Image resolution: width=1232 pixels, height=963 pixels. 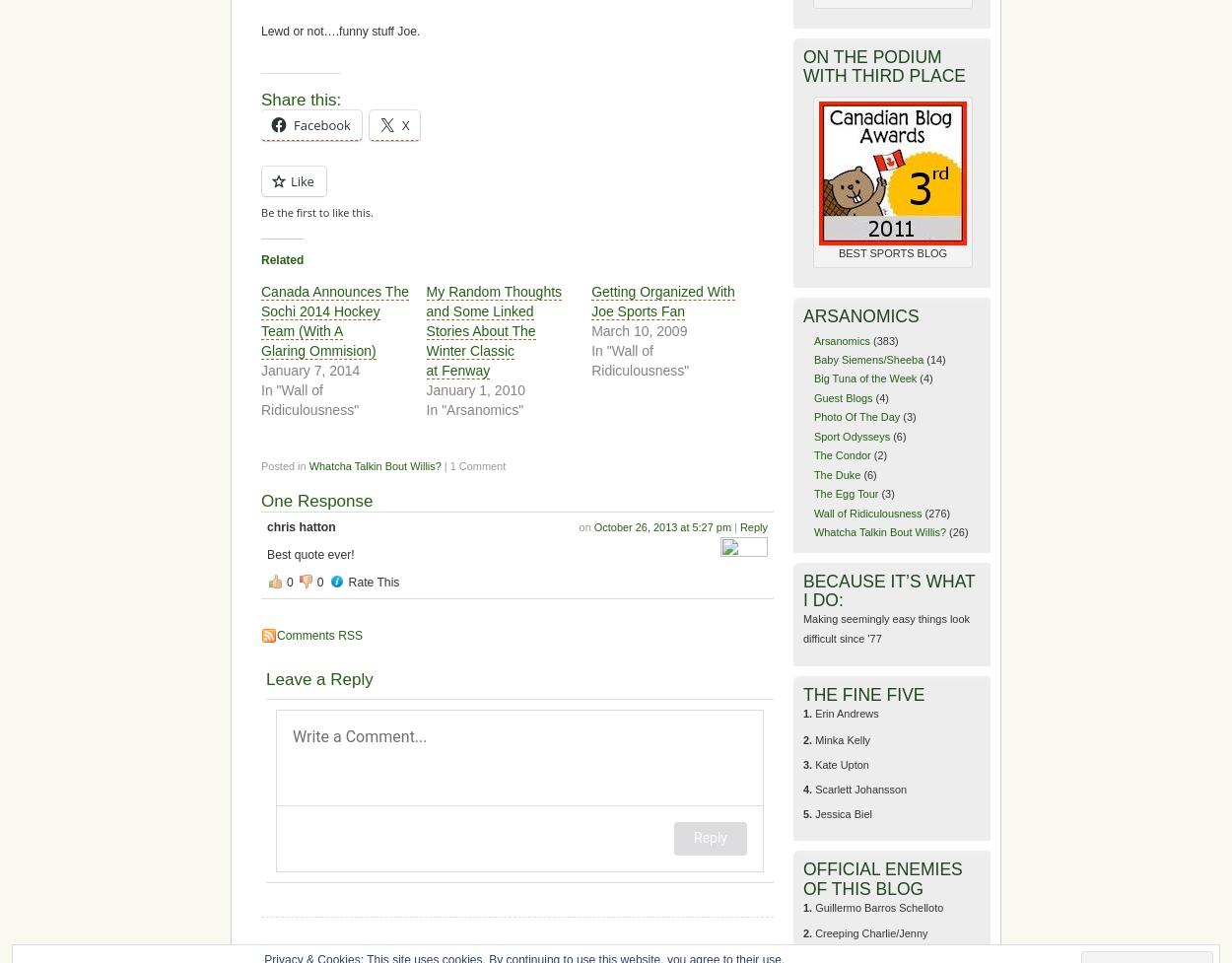 What do you see at coordinates (662, 525) in the screenshot?
I see `'October 26, 2013 at 5:27 pm'` at bounding box center [662, 525].